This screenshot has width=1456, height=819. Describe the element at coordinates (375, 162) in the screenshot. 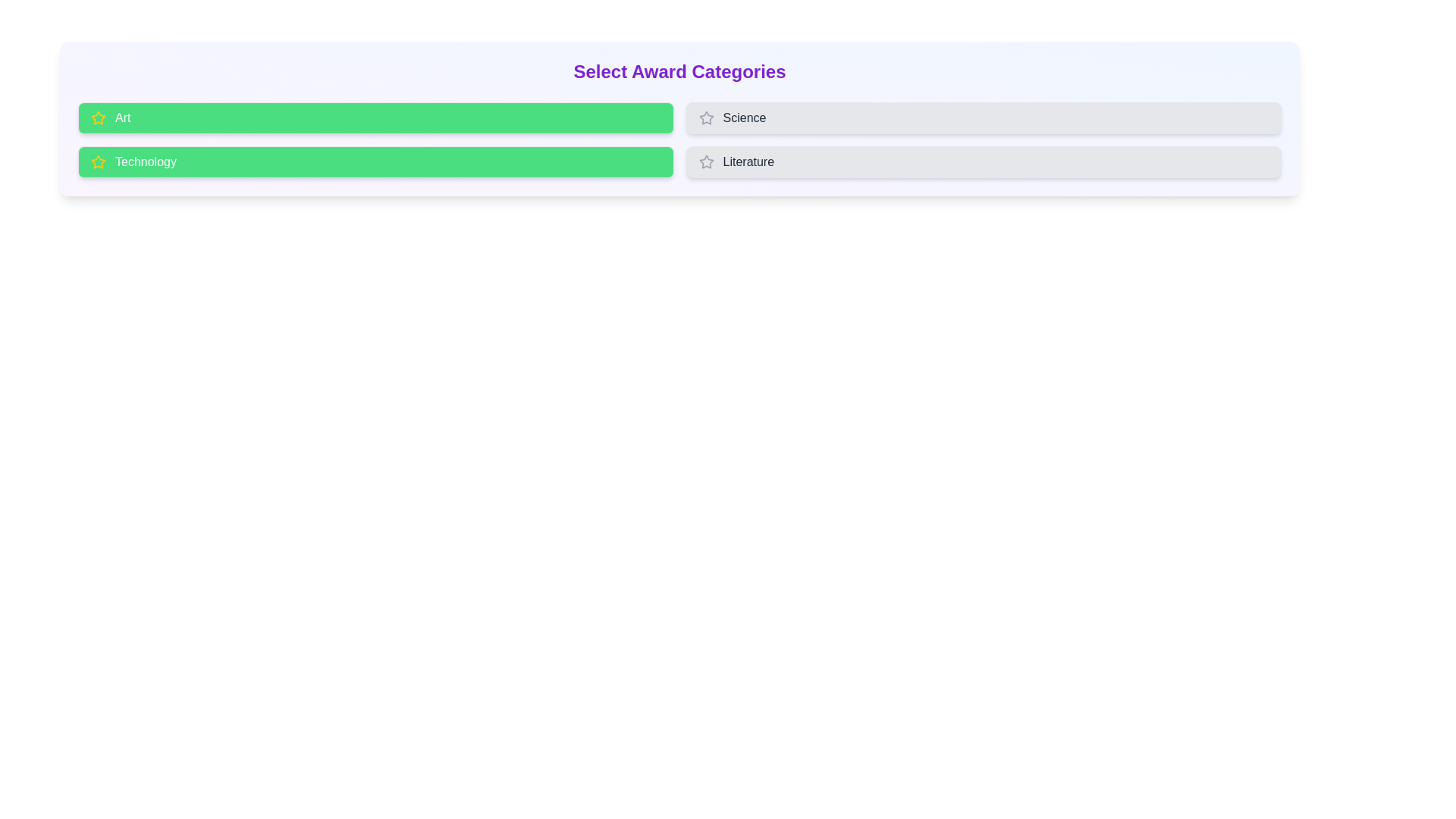

I see `the button for Technology to observe its hover effect` at that location.